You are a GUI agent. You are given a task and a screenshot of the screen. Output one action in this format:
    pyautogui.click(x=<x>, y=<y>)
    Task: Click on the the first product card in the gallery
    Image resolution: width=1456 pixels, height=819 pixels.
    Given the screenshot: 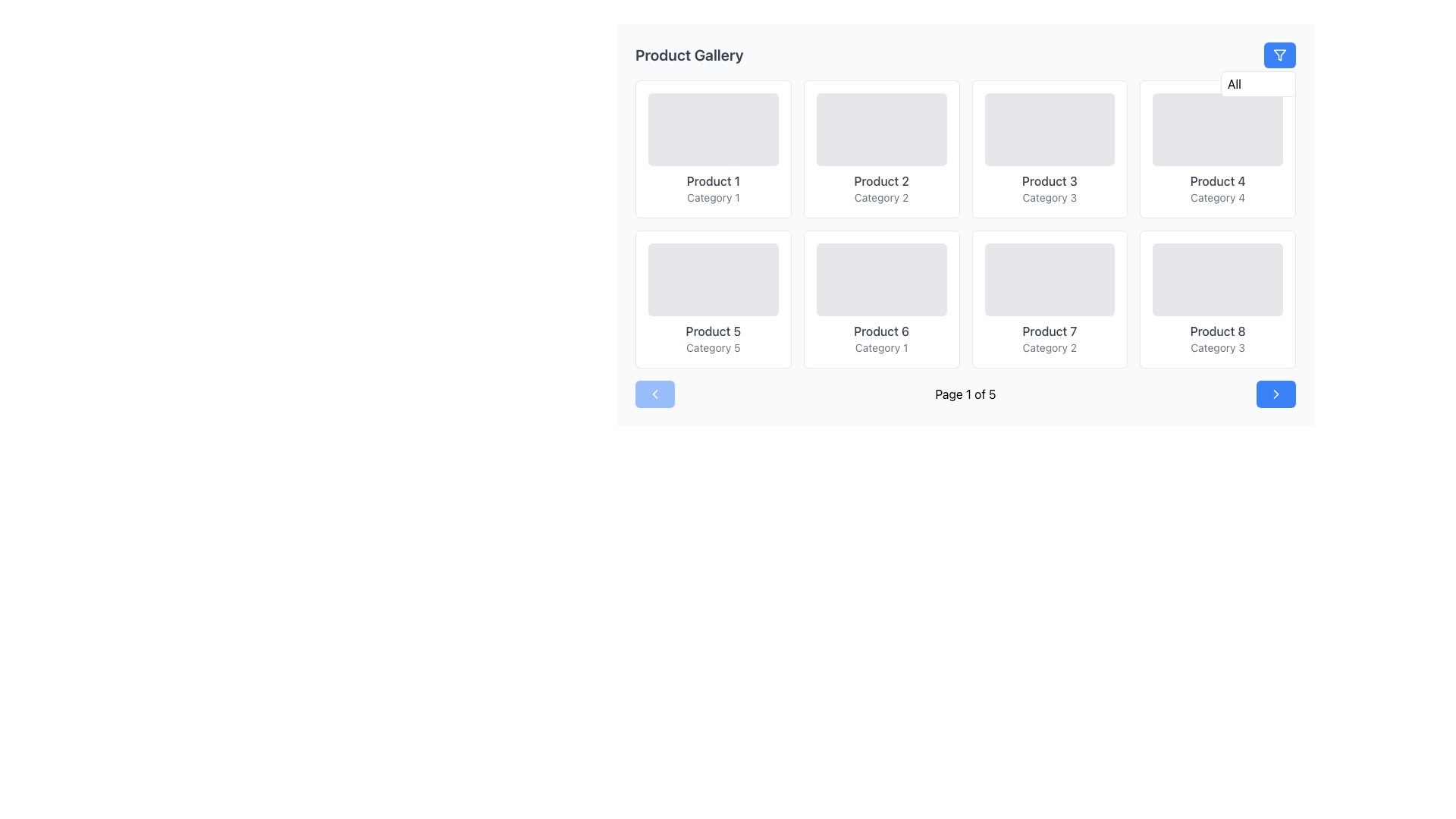 What is the action you would take?
    pyautogui.click(x=712, y=149)
    